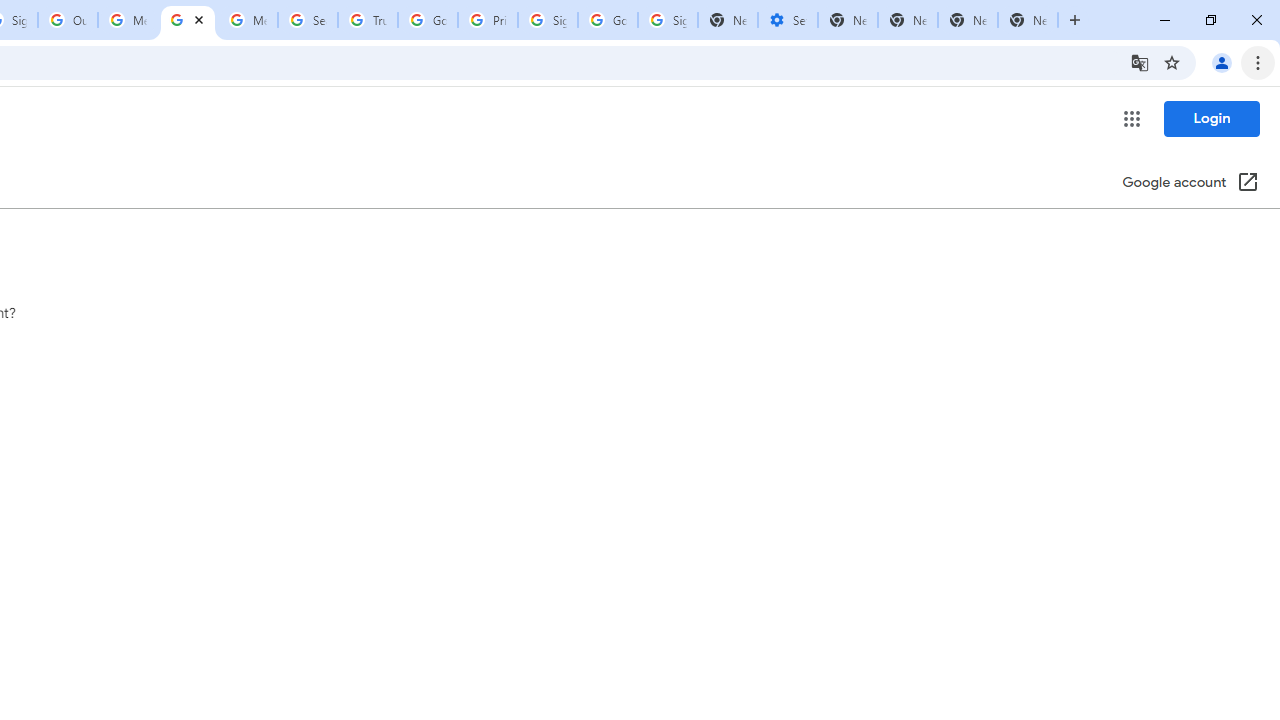  What do you see at coordinates (187, 20) in the screenshot?
I see `'Get your account verified - Google Account Help'` at bounding box center [187, 20].